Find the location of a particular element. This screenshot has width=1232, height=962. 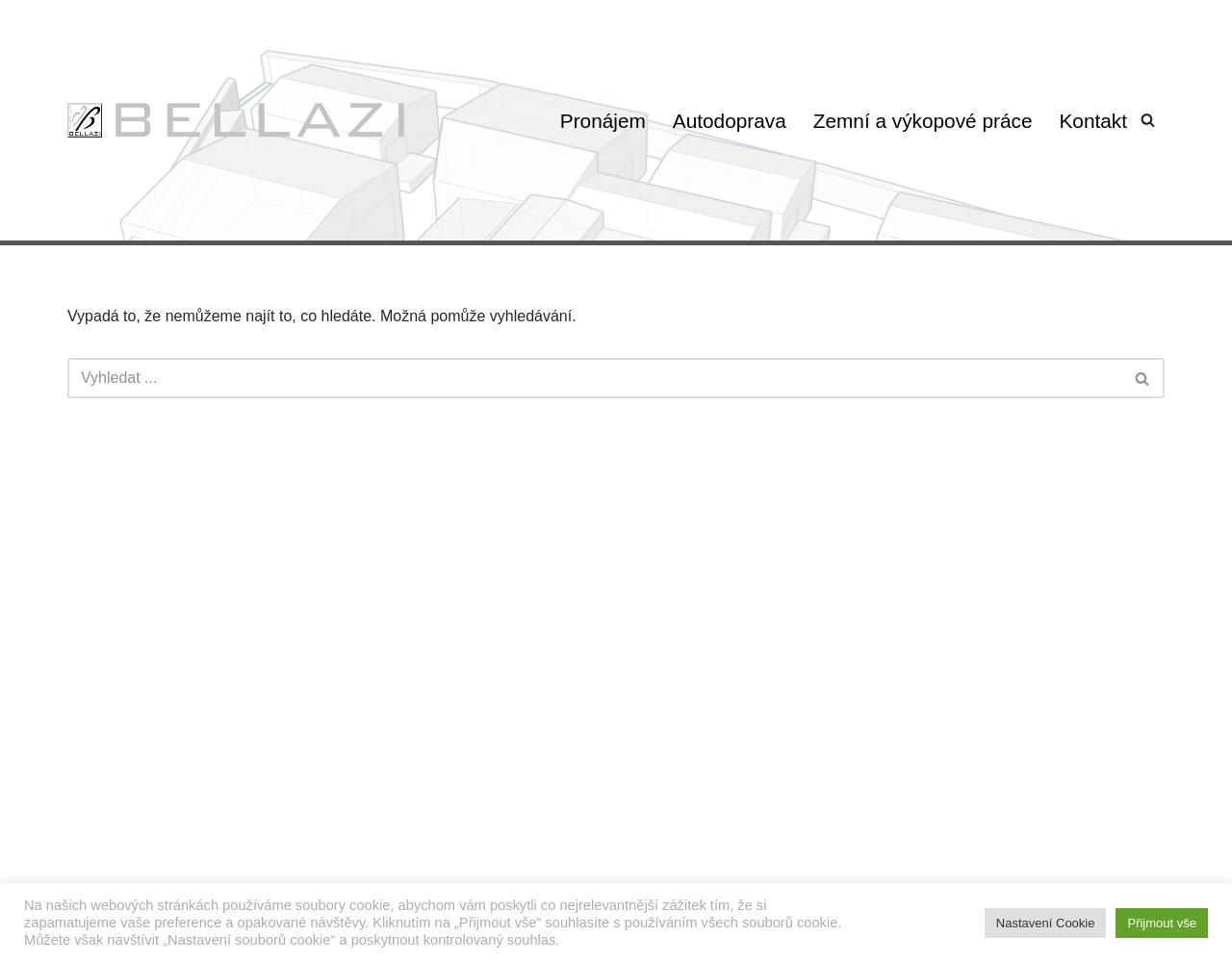

'Na našich webových stránkách používáme soubory cookie, abychom vám poskytli co nejrelevantnější zážitek tím, že si zapamatujeme vaše preference a opakované návštěvy. Kliknutím na „Přijmout vše“ souhlasíte s používáním všech souborů cookie. Můžete však navštívit „Nastavení souborů cookie“ a poskytnout kontrolovaný souhlas.' is located at coordinates (431, 922).